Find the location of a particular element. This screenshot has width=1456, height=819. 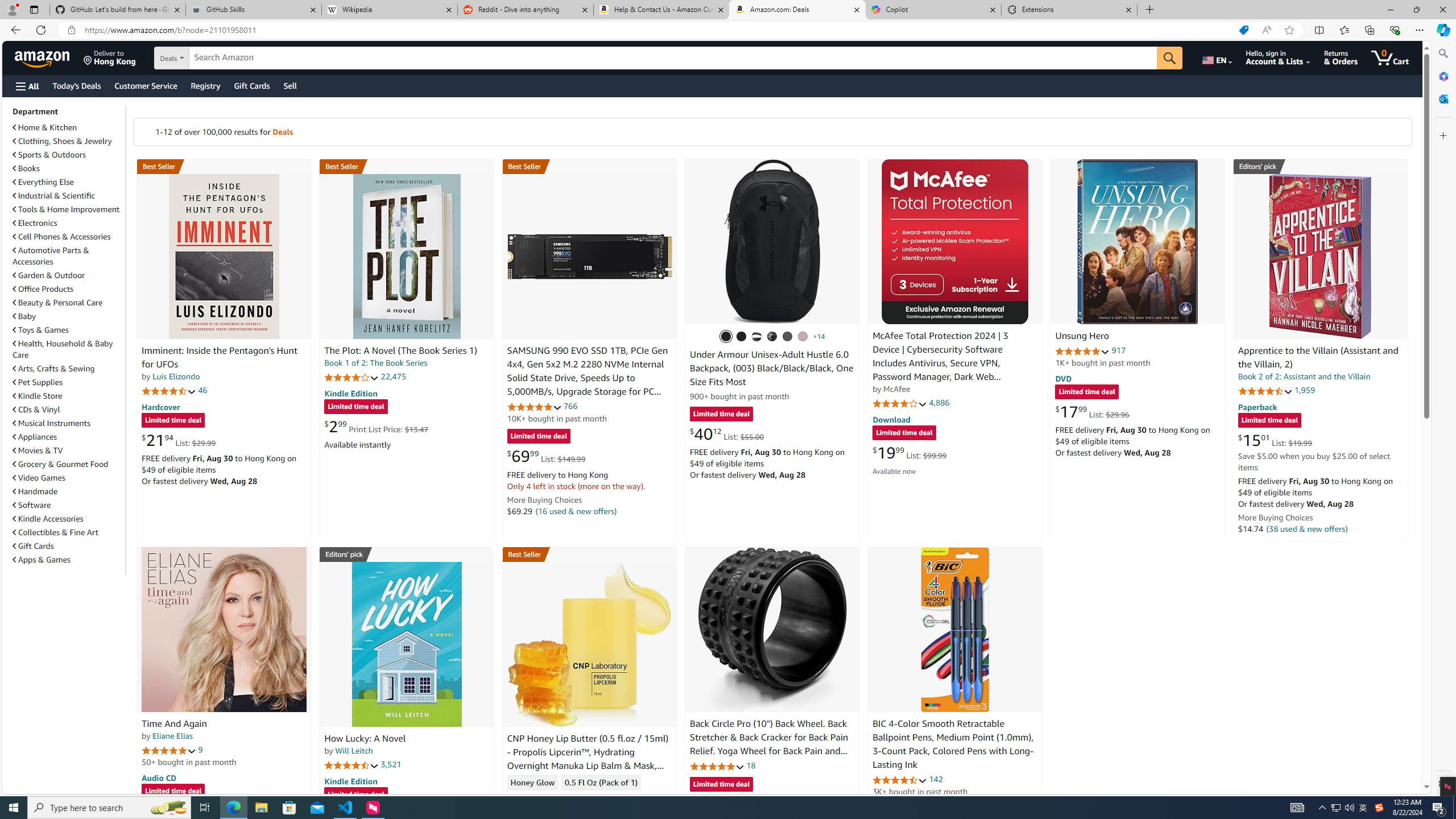

'$69.99 List: $149.99' is located at coordinates (545, 455).